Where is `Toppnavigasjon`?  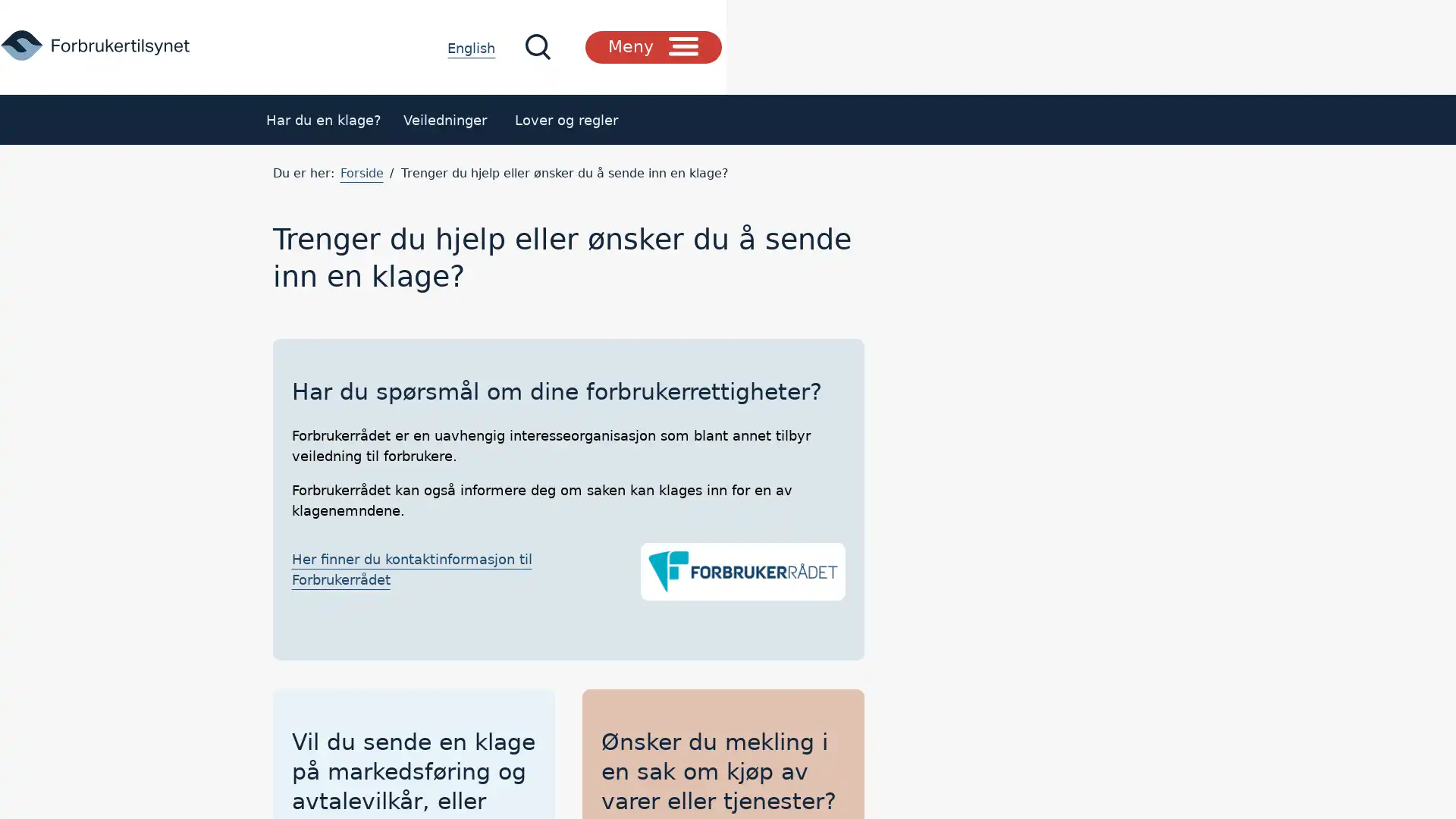 Toppnavigasjon is located at coordinates (1120, 45).